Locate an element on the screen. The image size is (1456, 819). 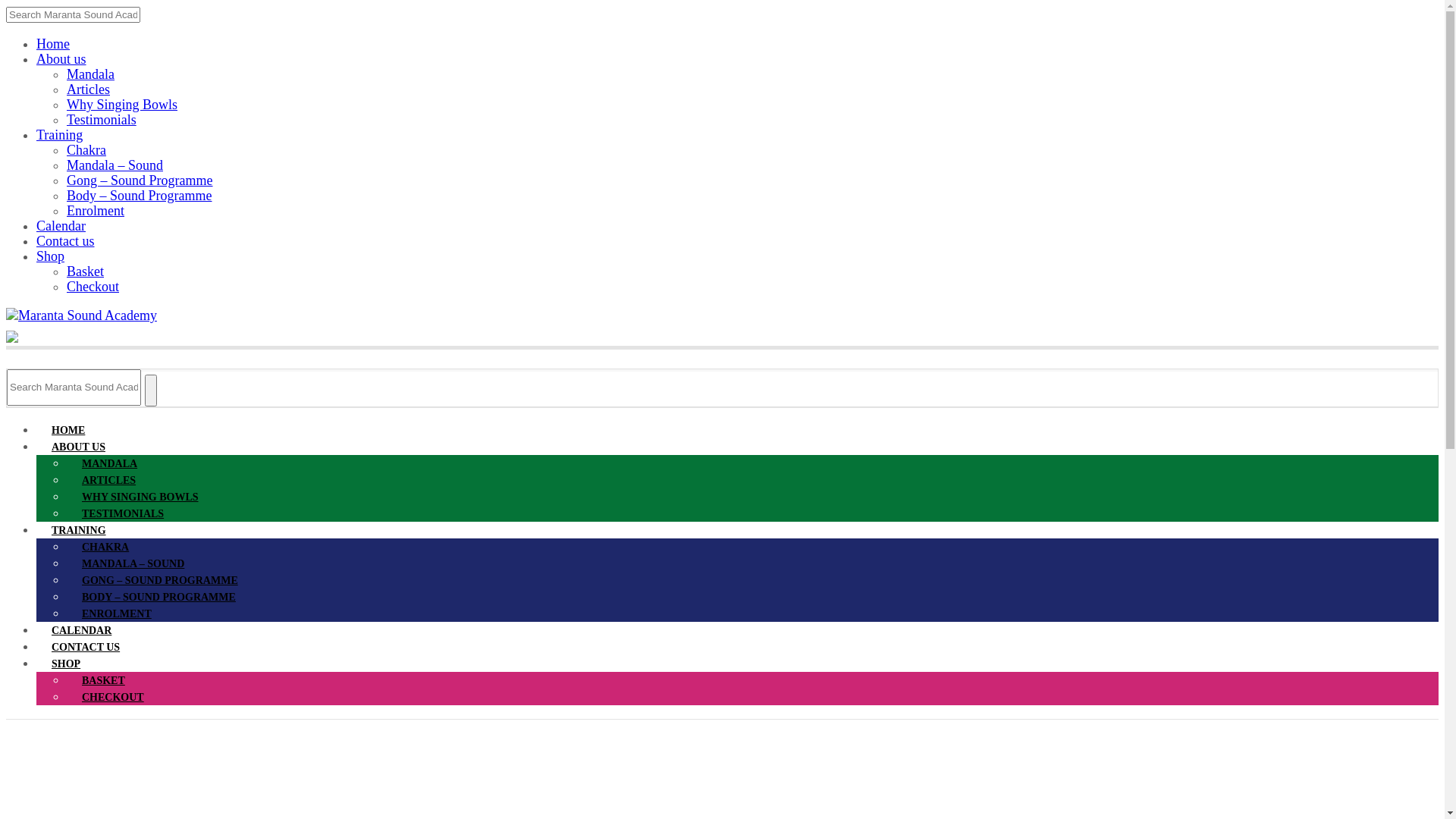
'MANDALA' is located at coordinates (108, 463).